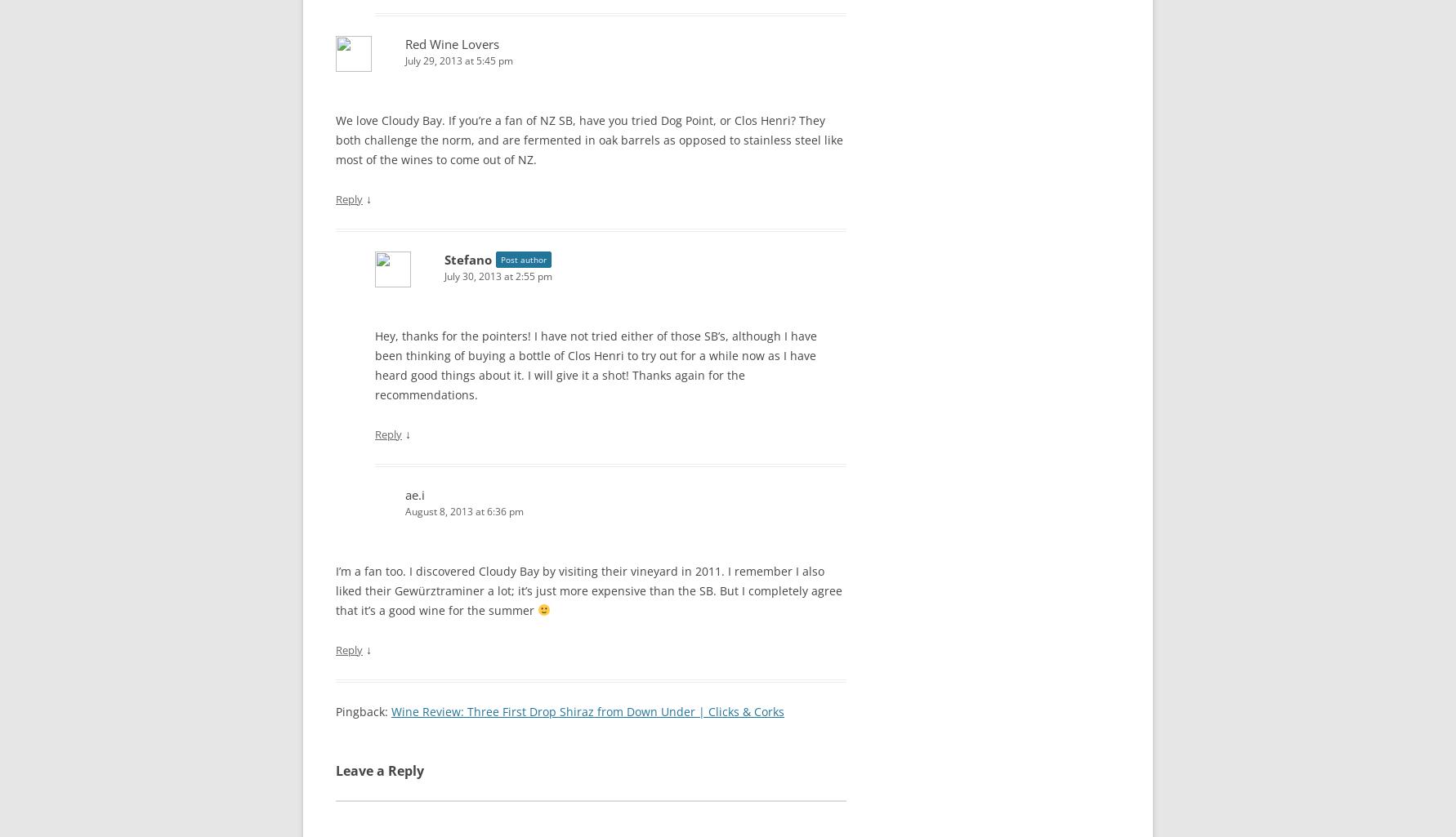 Image resolution: width=1456 pixels, height=837 pixels. I want to click on 'Post author', so click(522, 259).